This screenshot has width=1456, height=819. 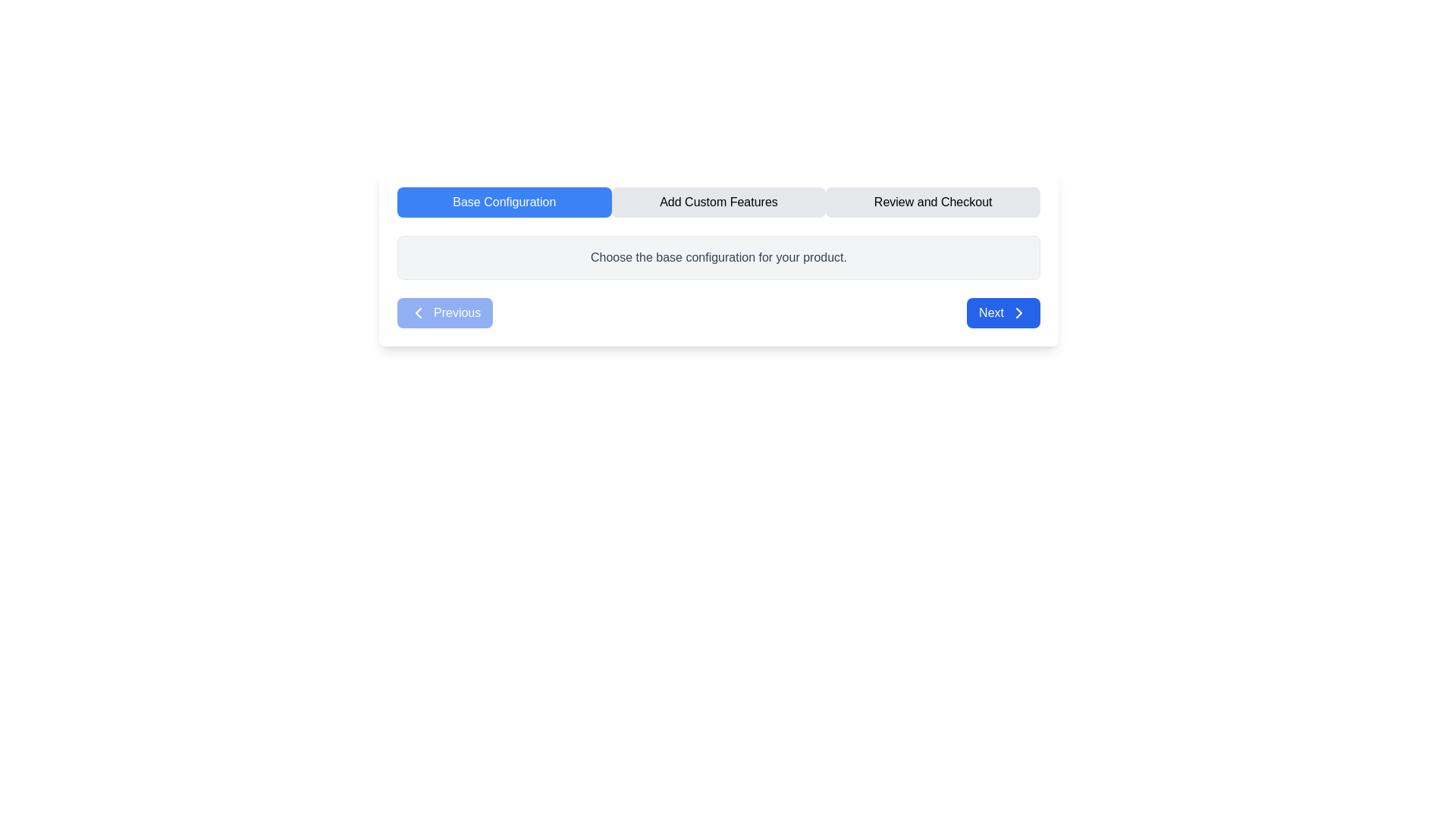 I want to click on the left-facing chevron icon located inside the blue 'Previous' button, which has white text, so click(x=419, y=312).